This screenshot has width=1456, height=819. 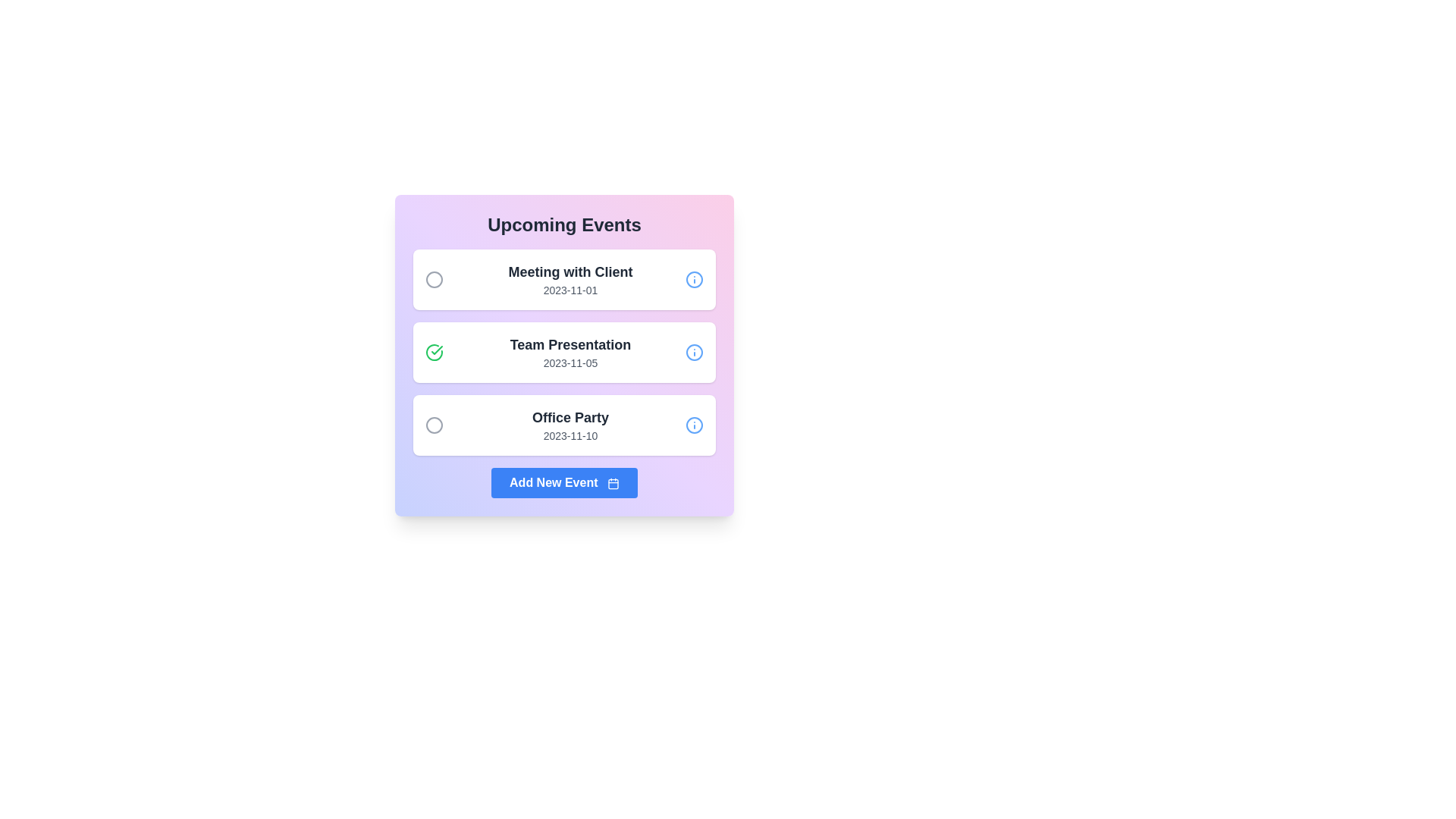 I want to click on the text label titled 'Office Party', which is the primary title within the third item of a vertical list of upcoming events, so click(x=570, y=418).